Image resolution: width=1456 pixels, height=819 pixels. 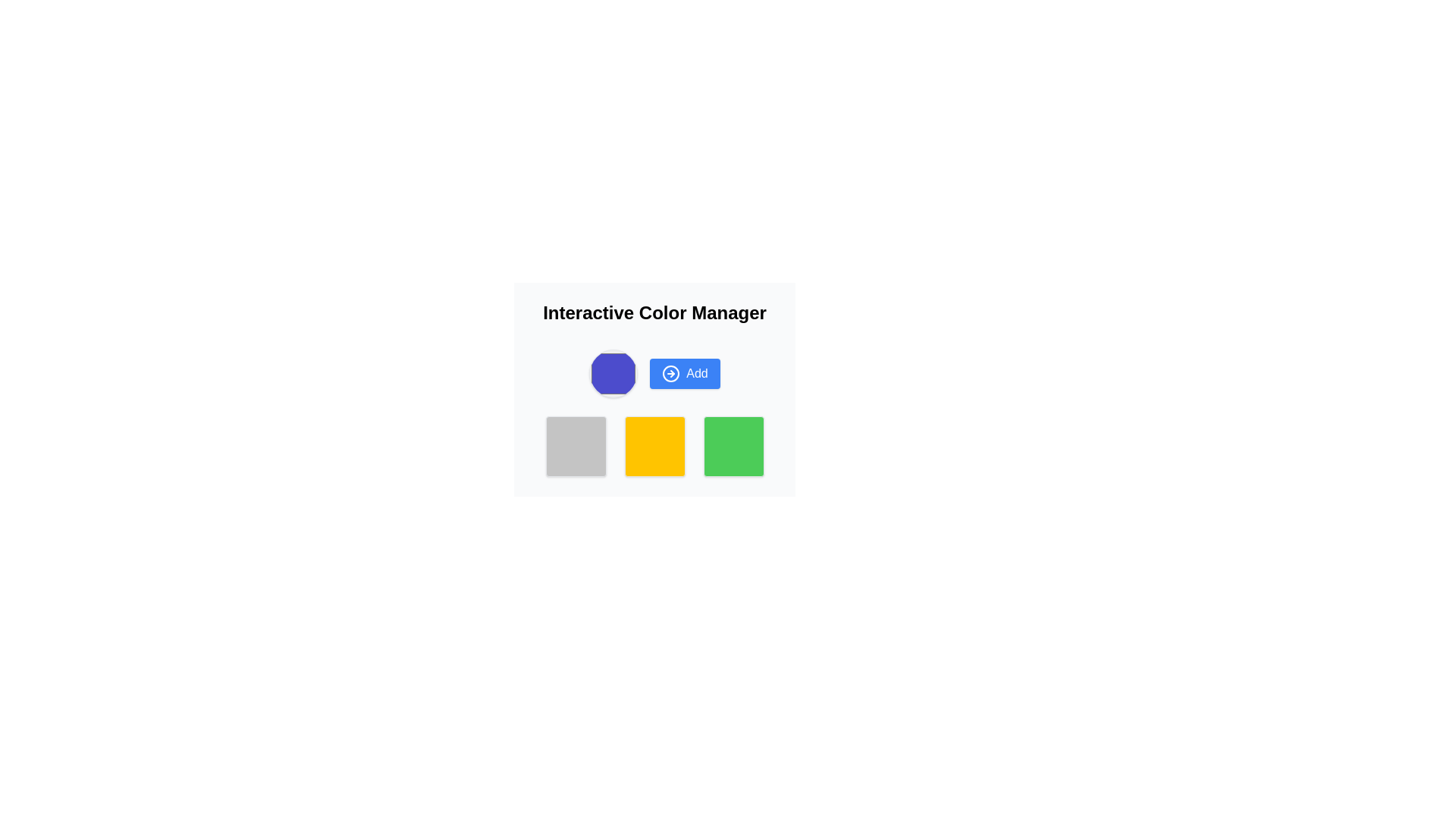 What do you see at coordinates (575, 446) in the screenshot?
I see `the visual button located in the first column of the second row of the grid, which serves as a selectable color or pattern option` at bounding box center [575, 446].